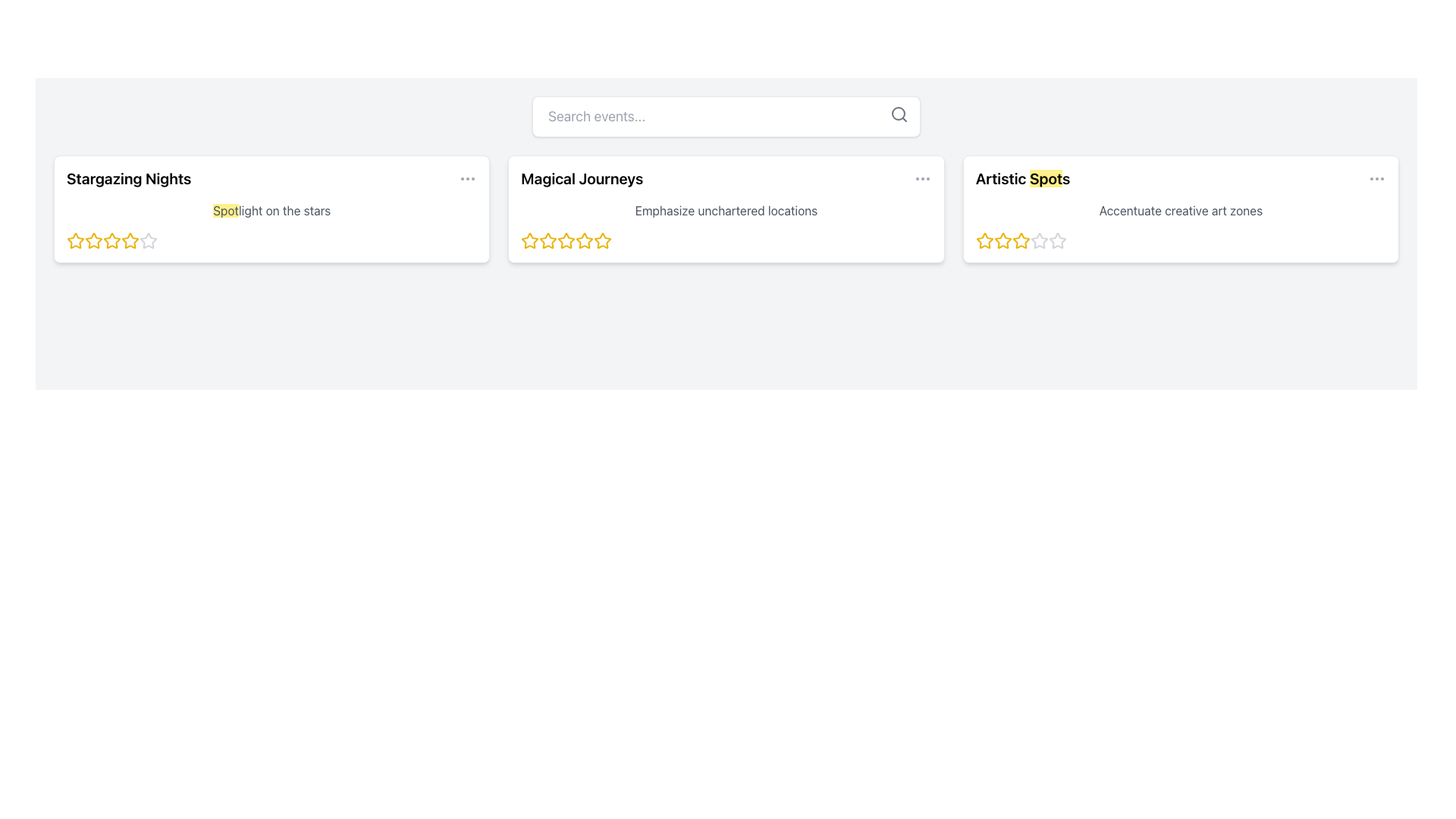  Describe the element at coordinates (921, 177) in the screenshot. I see `the options icon located at the top right corner of the 'Magical Journeys' card` at that location.